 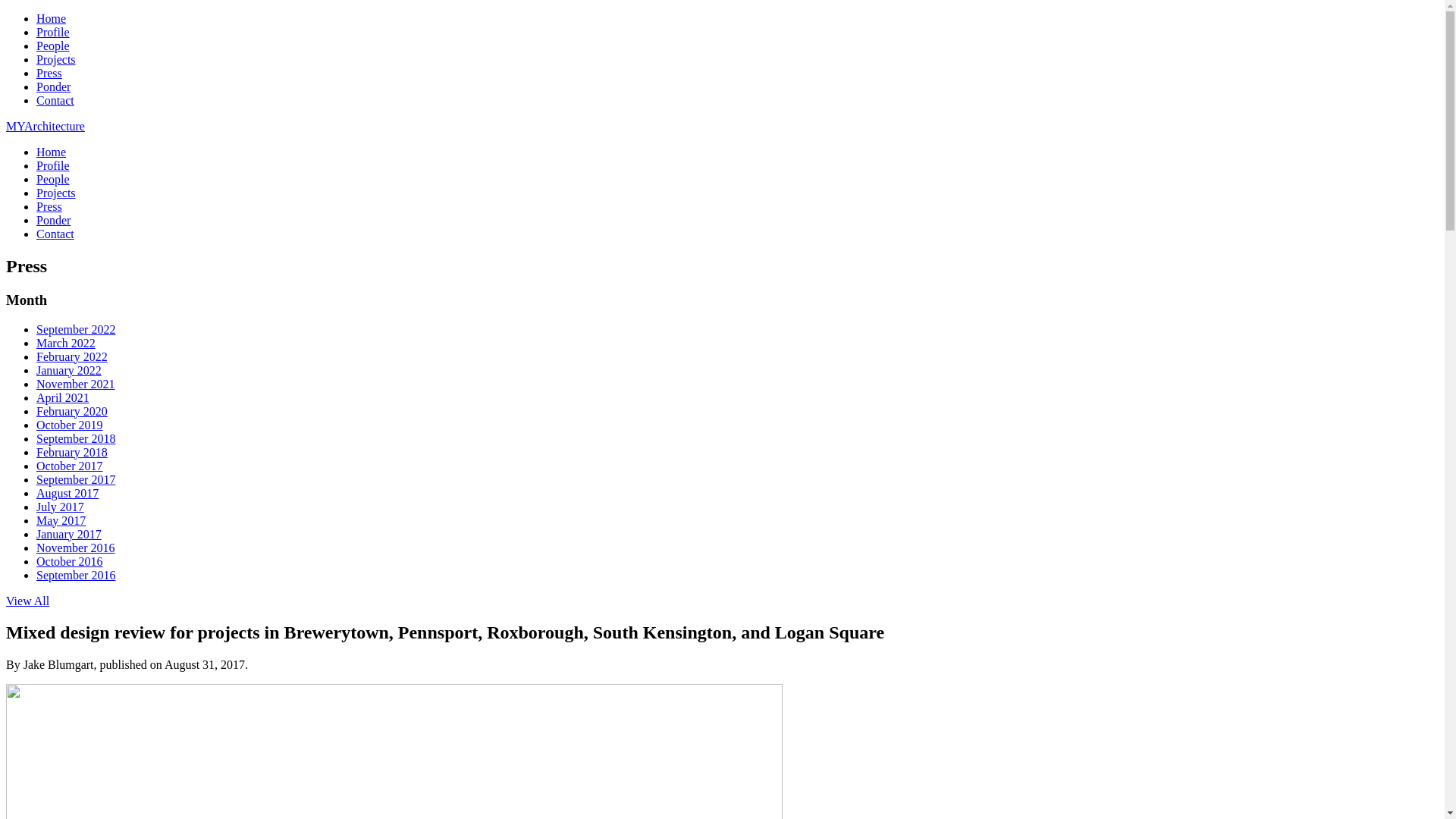 What do you see at coordinates (53, 45) in the screenshot?
I see `'People'` at bounding box center [53, 45].